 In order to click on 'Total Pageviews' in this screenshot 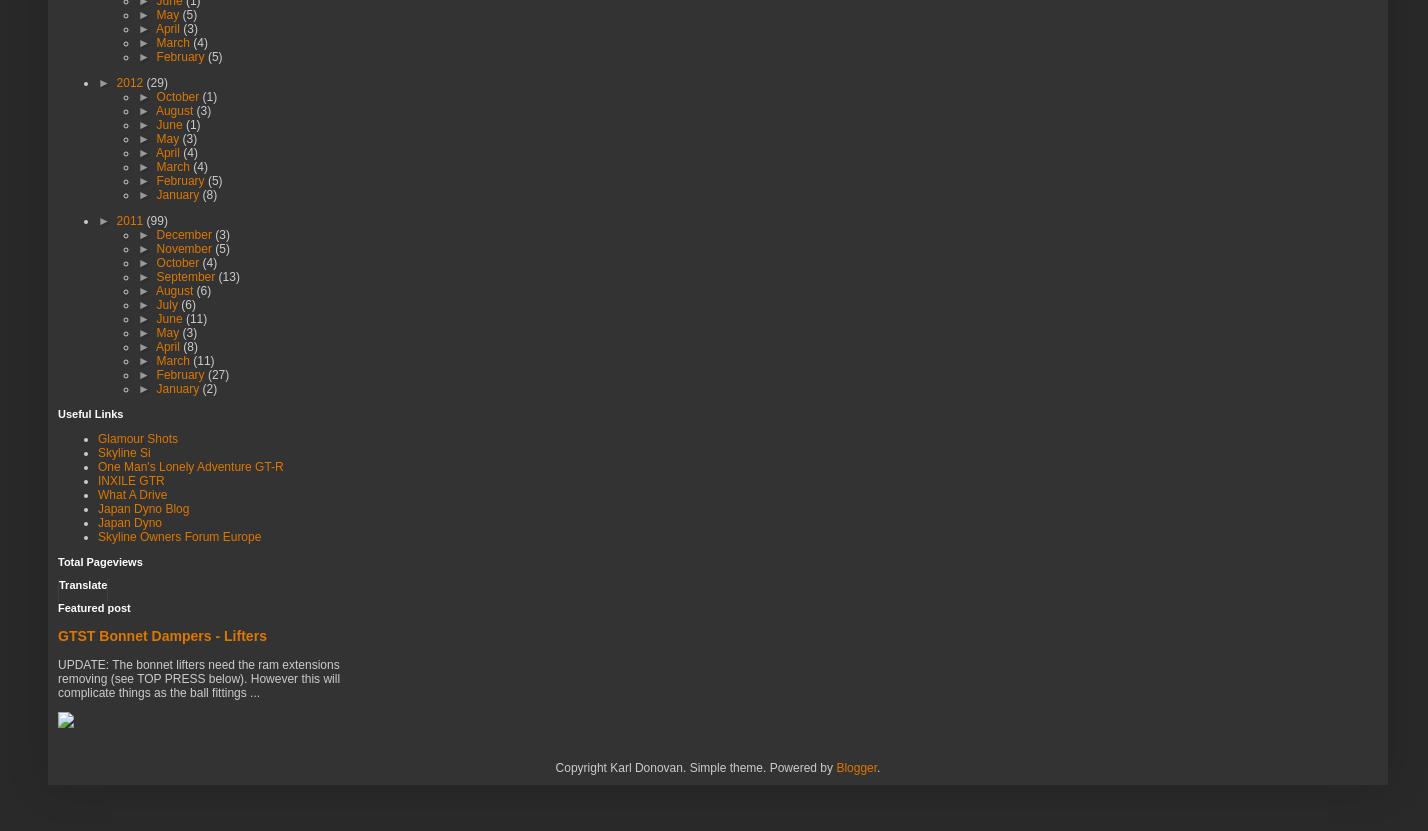, I will do `click(99, 561)`.